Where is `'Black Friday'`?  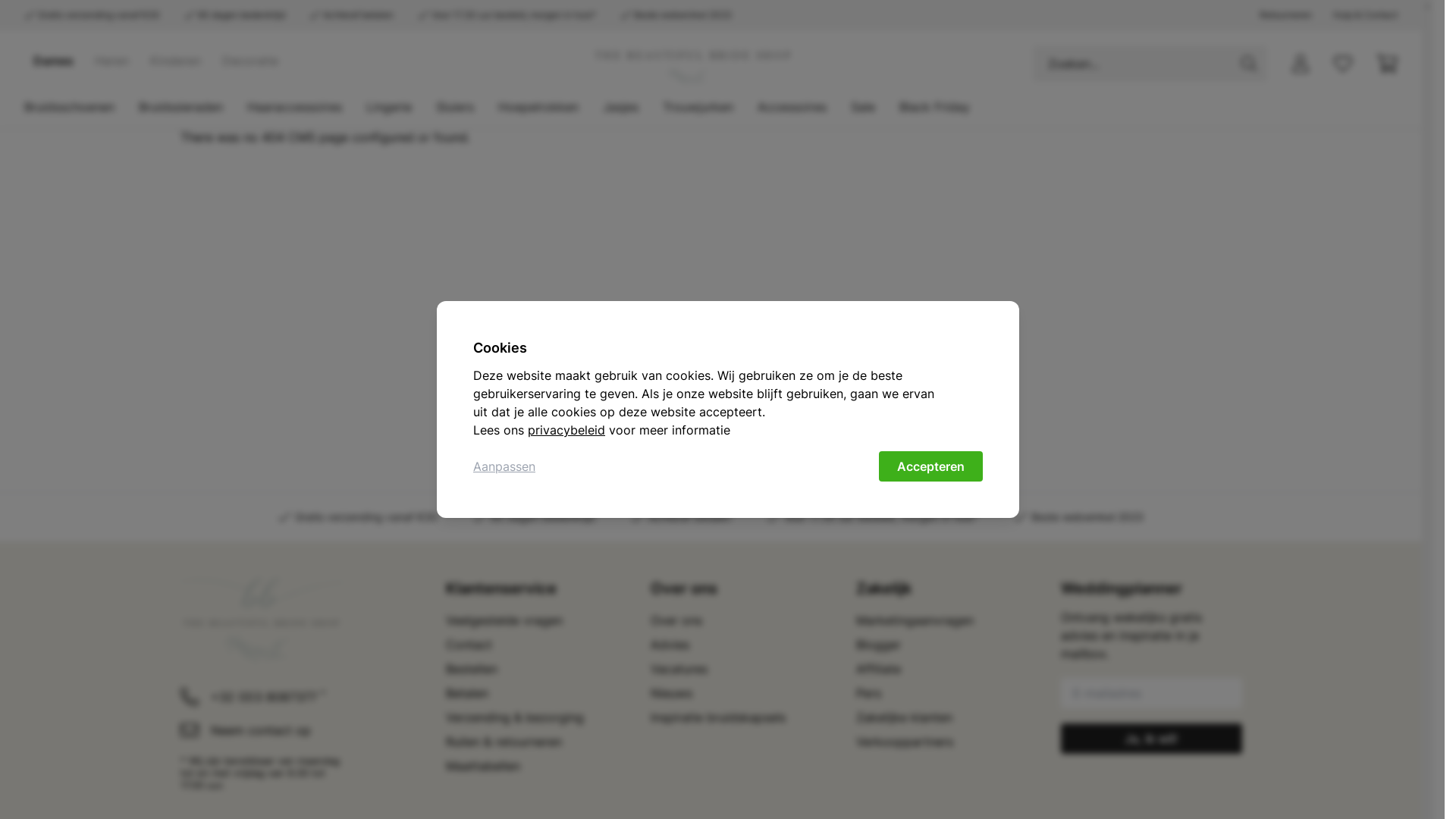
'Black Friday' is located at coordinates (899, 106).